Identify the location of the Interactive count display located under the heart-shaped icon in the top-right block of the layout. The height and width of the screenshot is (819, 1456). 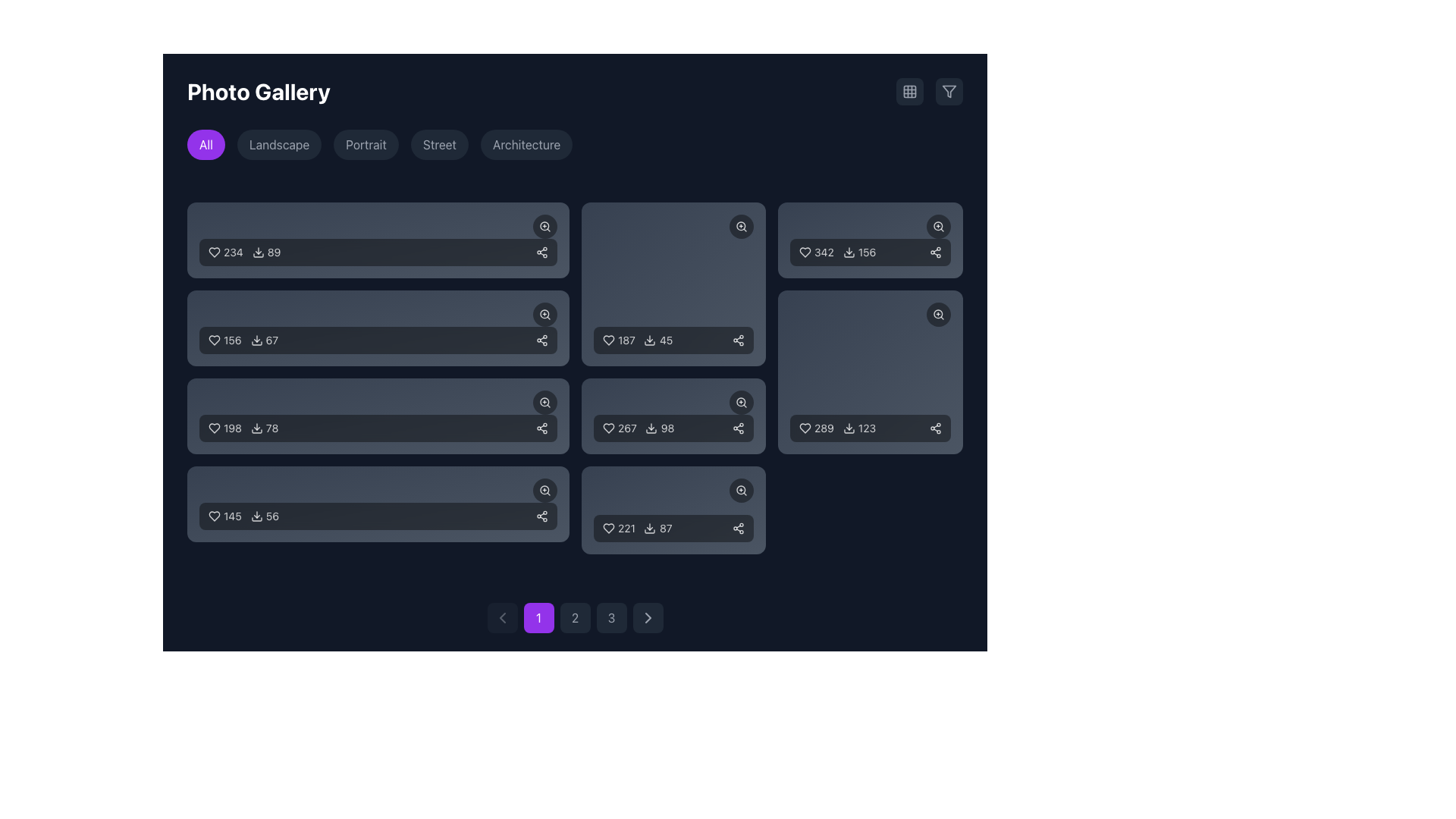
(816, 251).